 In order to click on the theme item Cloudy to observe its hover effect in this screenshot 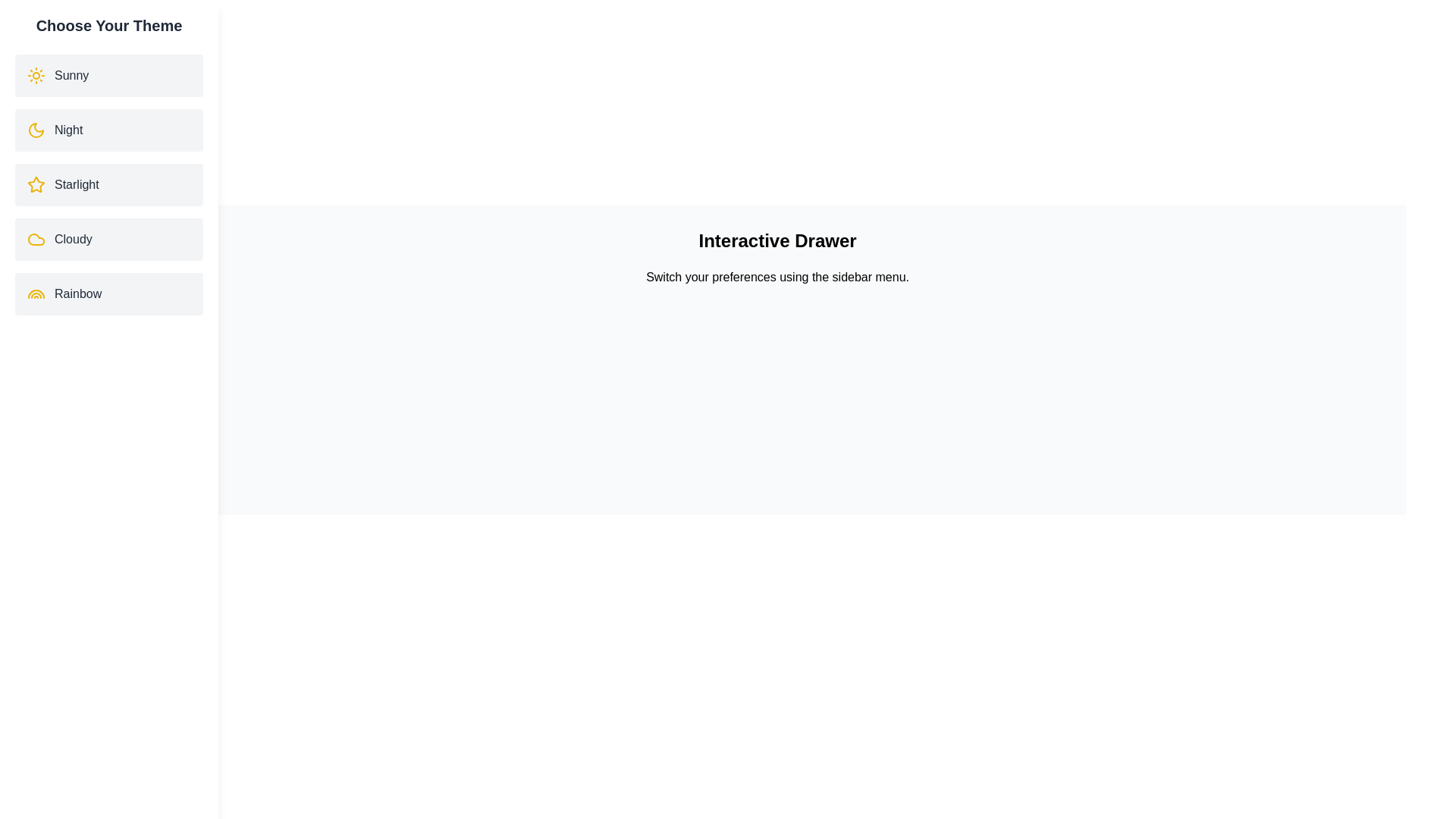, I will do `click(108, 239)`.